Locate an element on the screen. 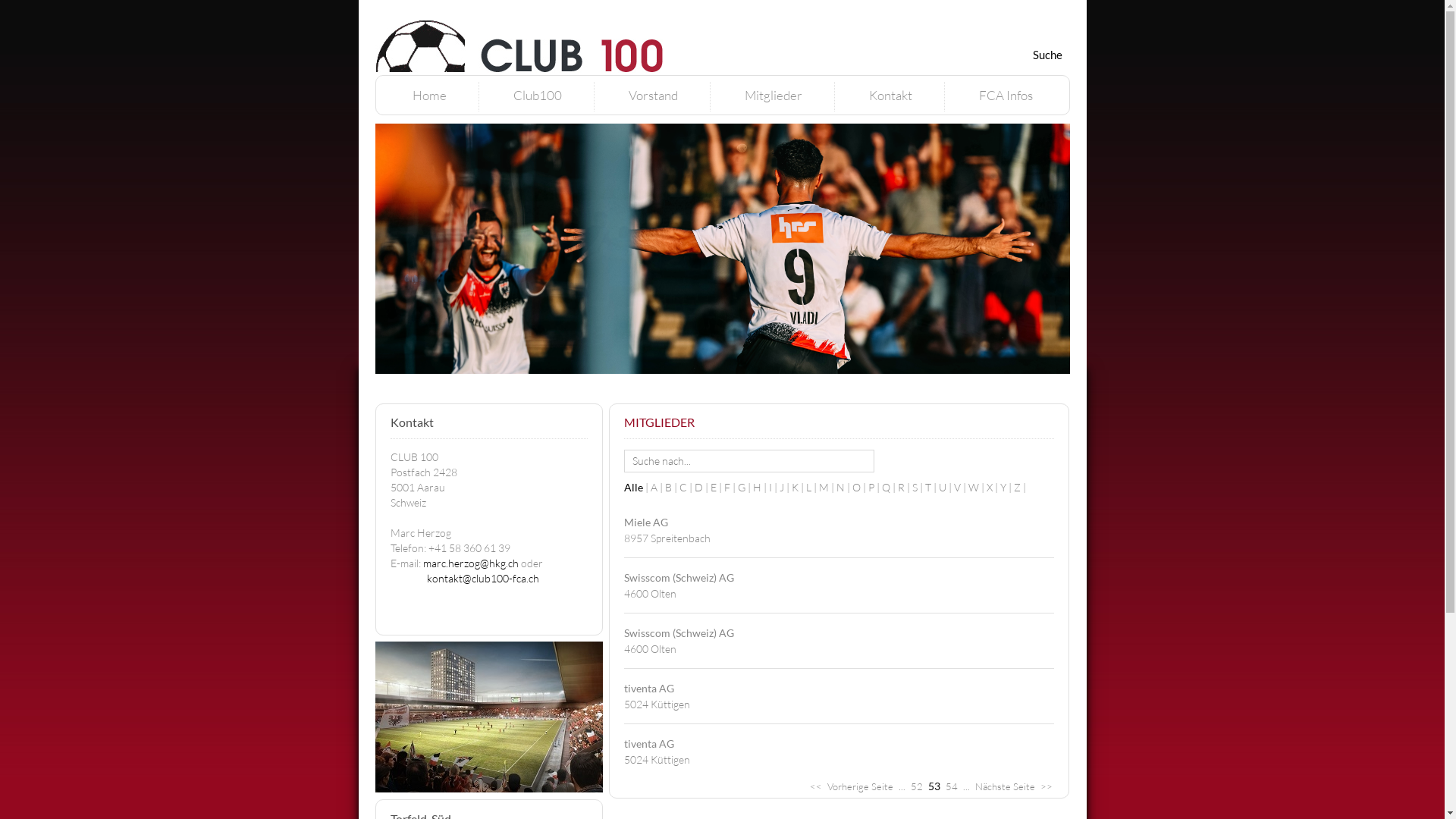 The height and width of the screenshot is (819, 1456). 'G' is located at coordinates (745, 487).